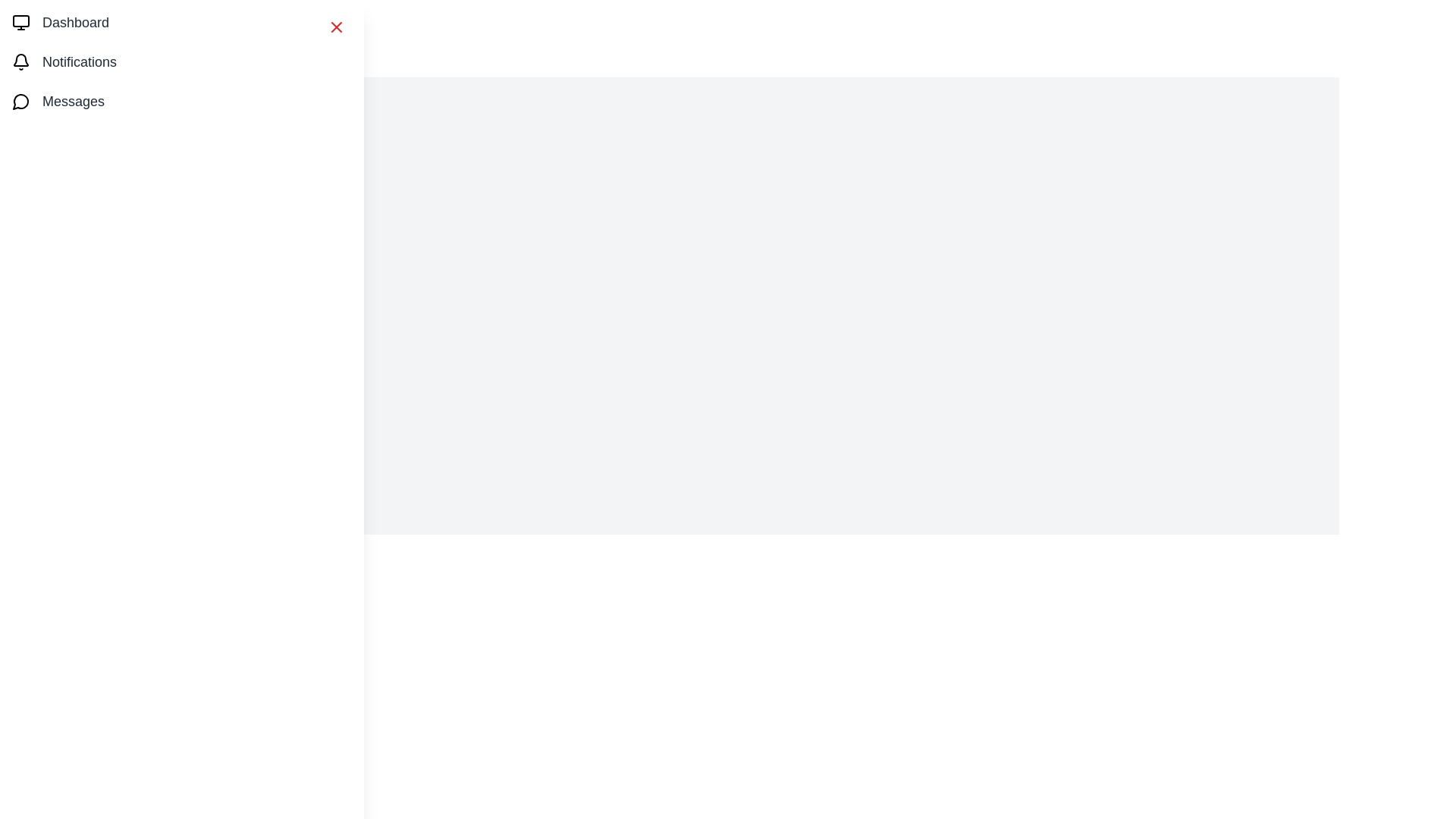  What do you see at coordinates (182, 102) in the screenshot?
I see `the 'Messages' menu item in the drawer` at bounding box center [182, 102].